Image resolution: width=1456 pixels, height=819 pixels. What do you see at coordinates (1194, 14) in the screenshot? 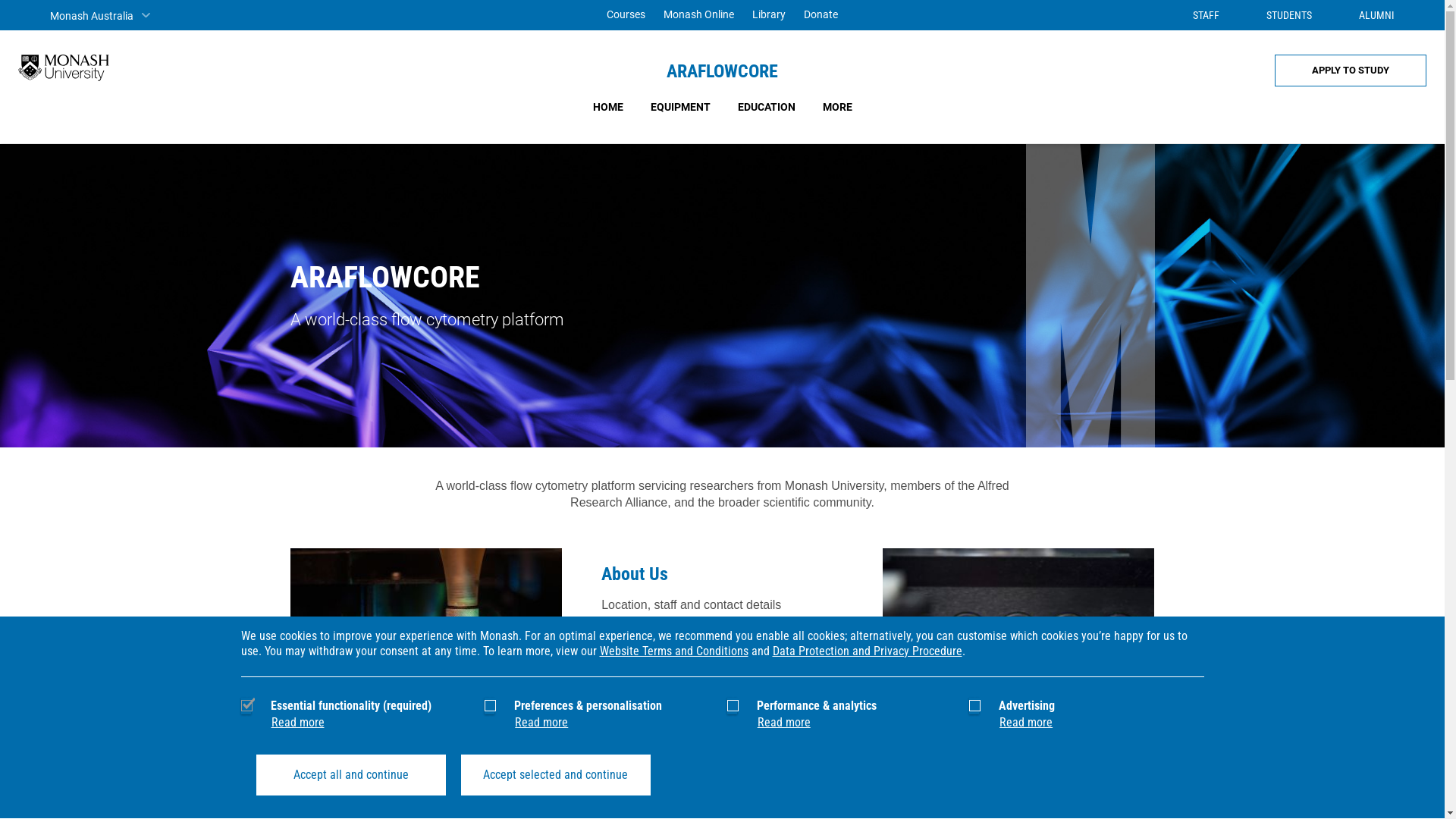
I see `'STAFF'` at bounding box center [1194, 14].